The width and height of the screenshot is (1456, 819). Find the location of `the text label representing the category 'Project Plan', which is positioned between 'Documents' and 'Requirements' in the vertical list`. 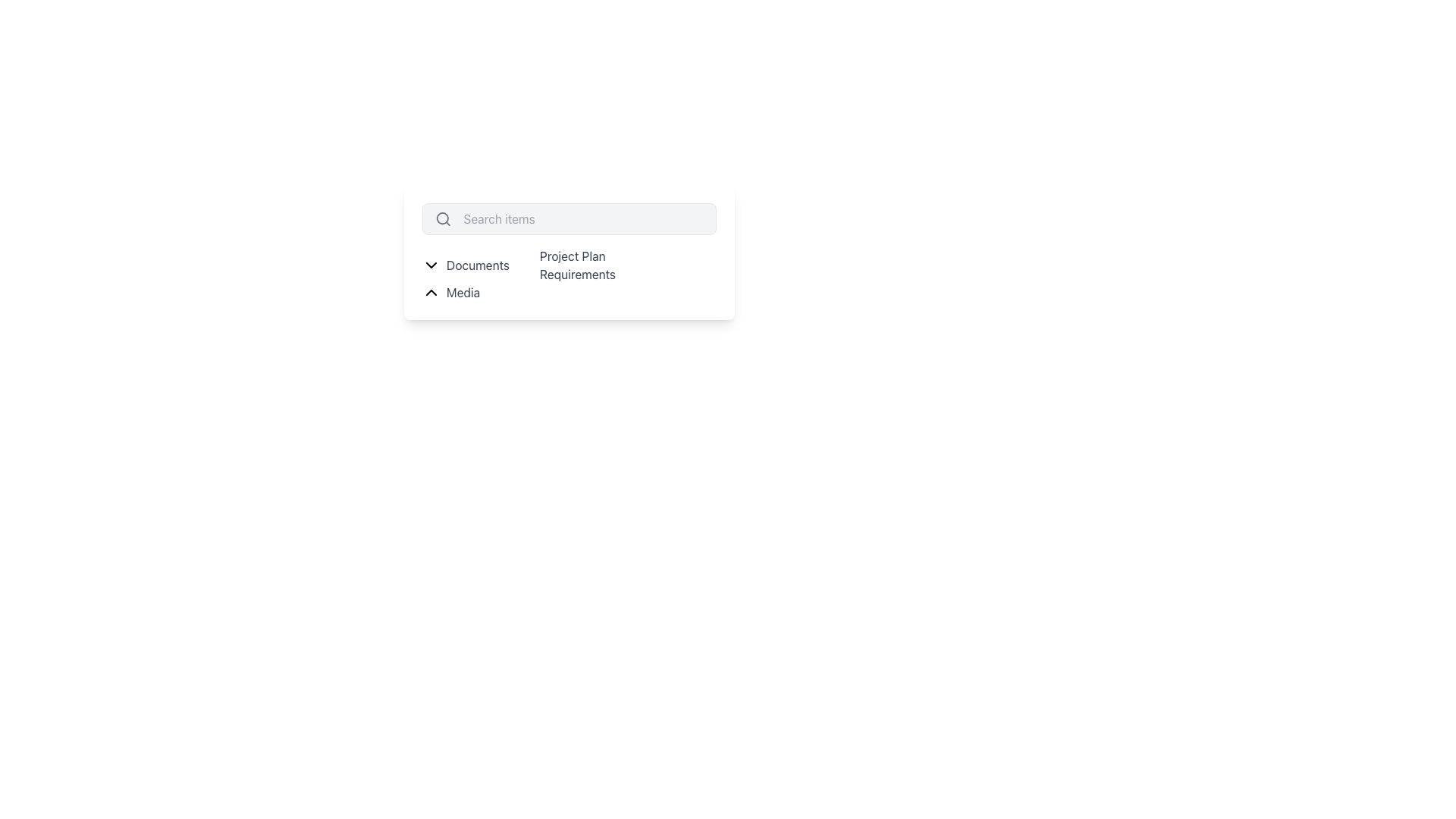

the text label representing the category 'Project Plan', which is positioned between 'Documents' and 'Requirements' in the vertical list is located at coordinates (572, 256).